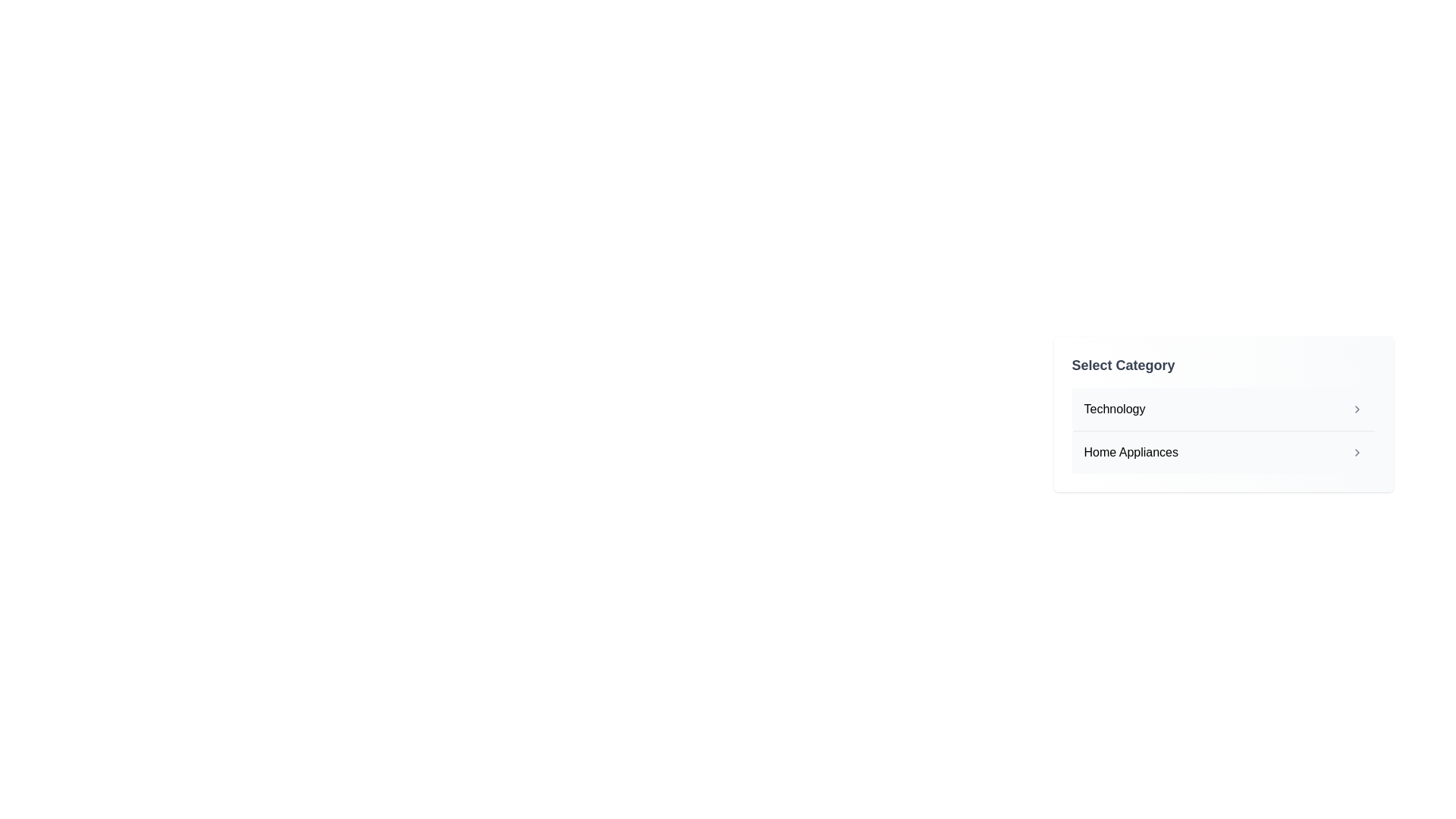 Image resolution: width=1456 pixels, height=819 pixels. I want to click on the 'Select Category' dropdown pop-up box to choose a category option, so click(1223, 469).